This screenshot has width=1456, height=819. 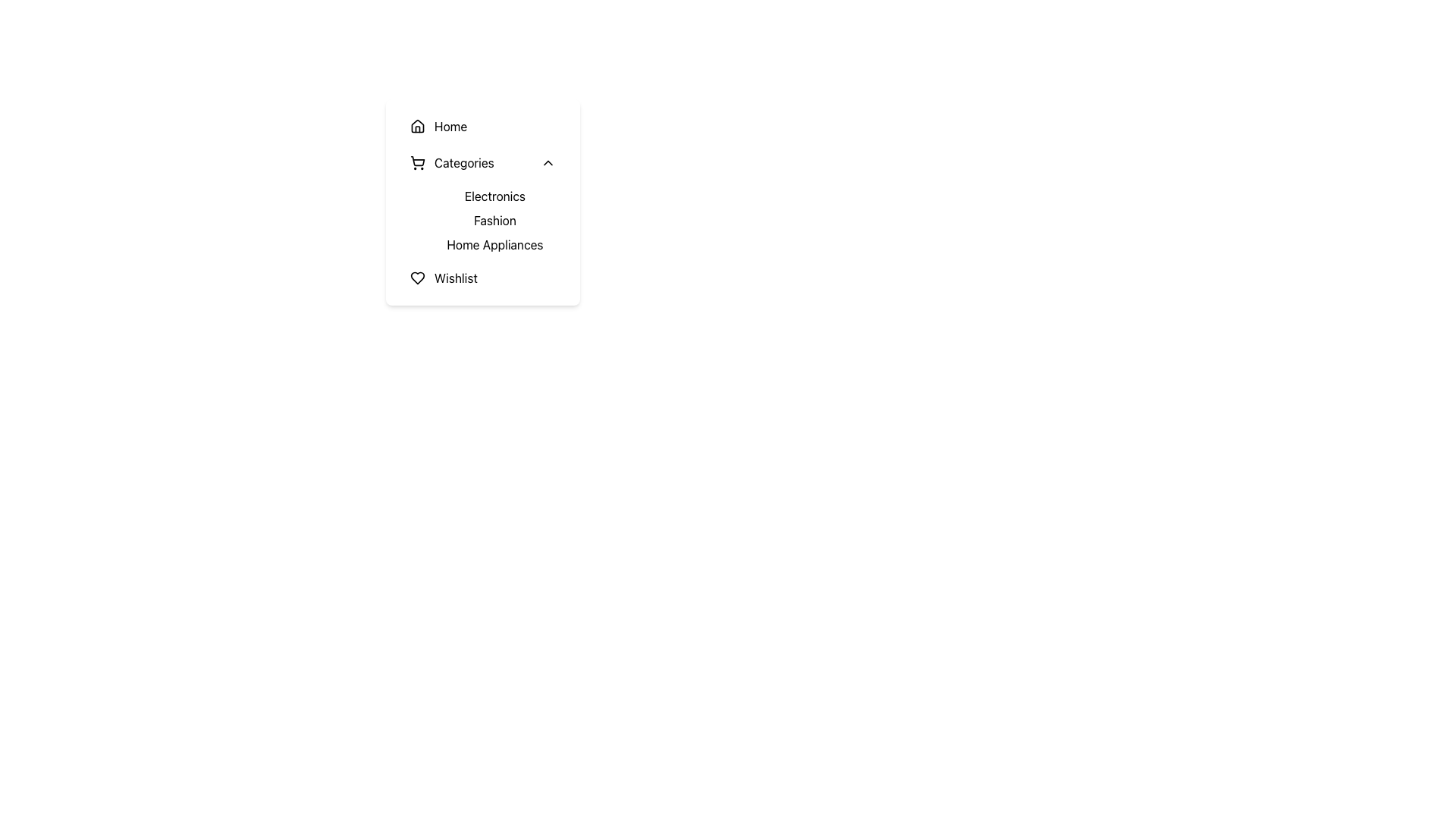 What do you see at coordinates (455, 278) in the screenshot?
I see `the text label displaying 'Wishlist' in black font located in the vertical navigation menu at the bottom of the list` at bounding box center [455, 278].